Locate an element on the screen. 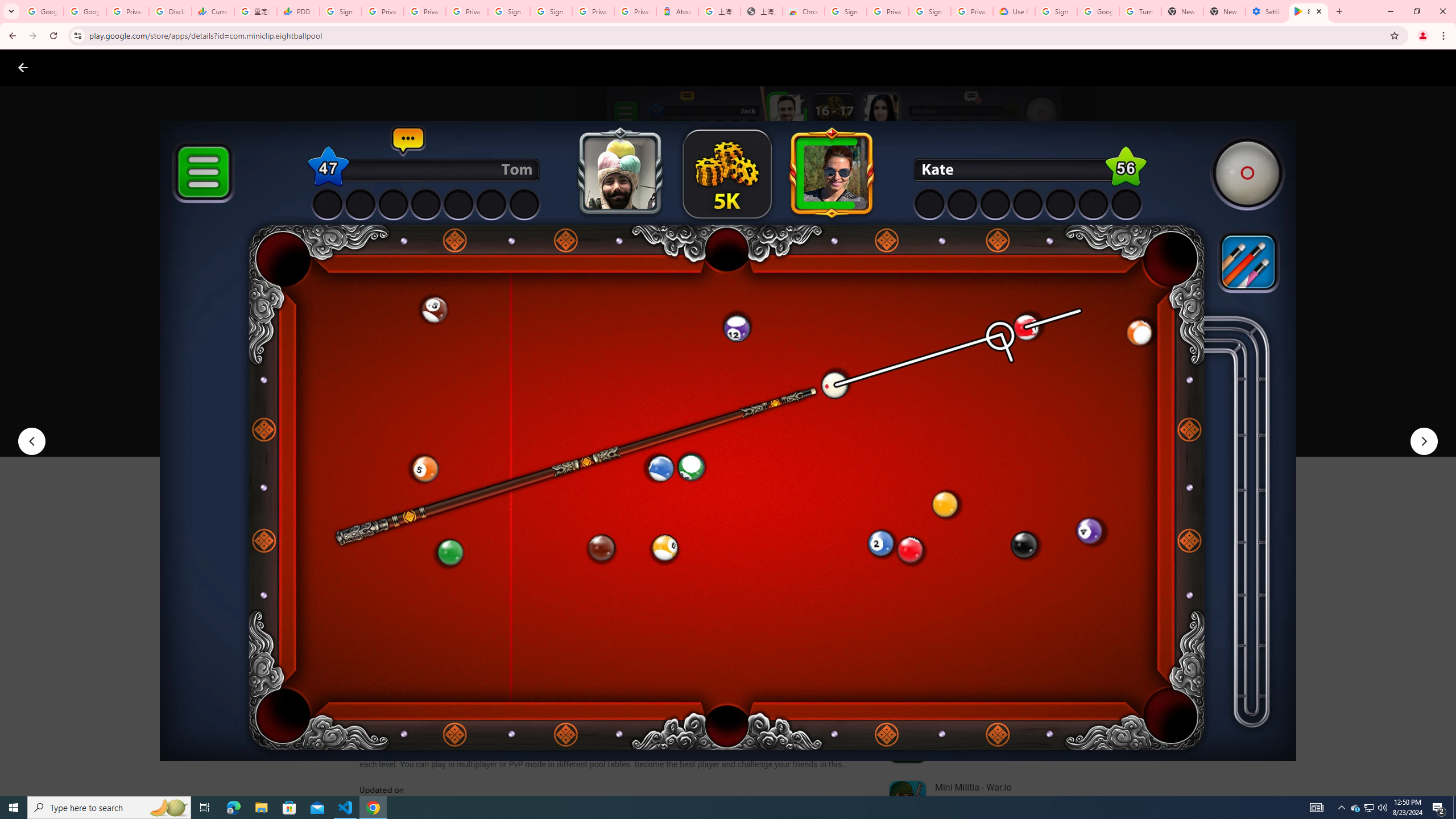 This screenshot has height=819, width=1456. 'Next' is located at coordinates (1424, 441).